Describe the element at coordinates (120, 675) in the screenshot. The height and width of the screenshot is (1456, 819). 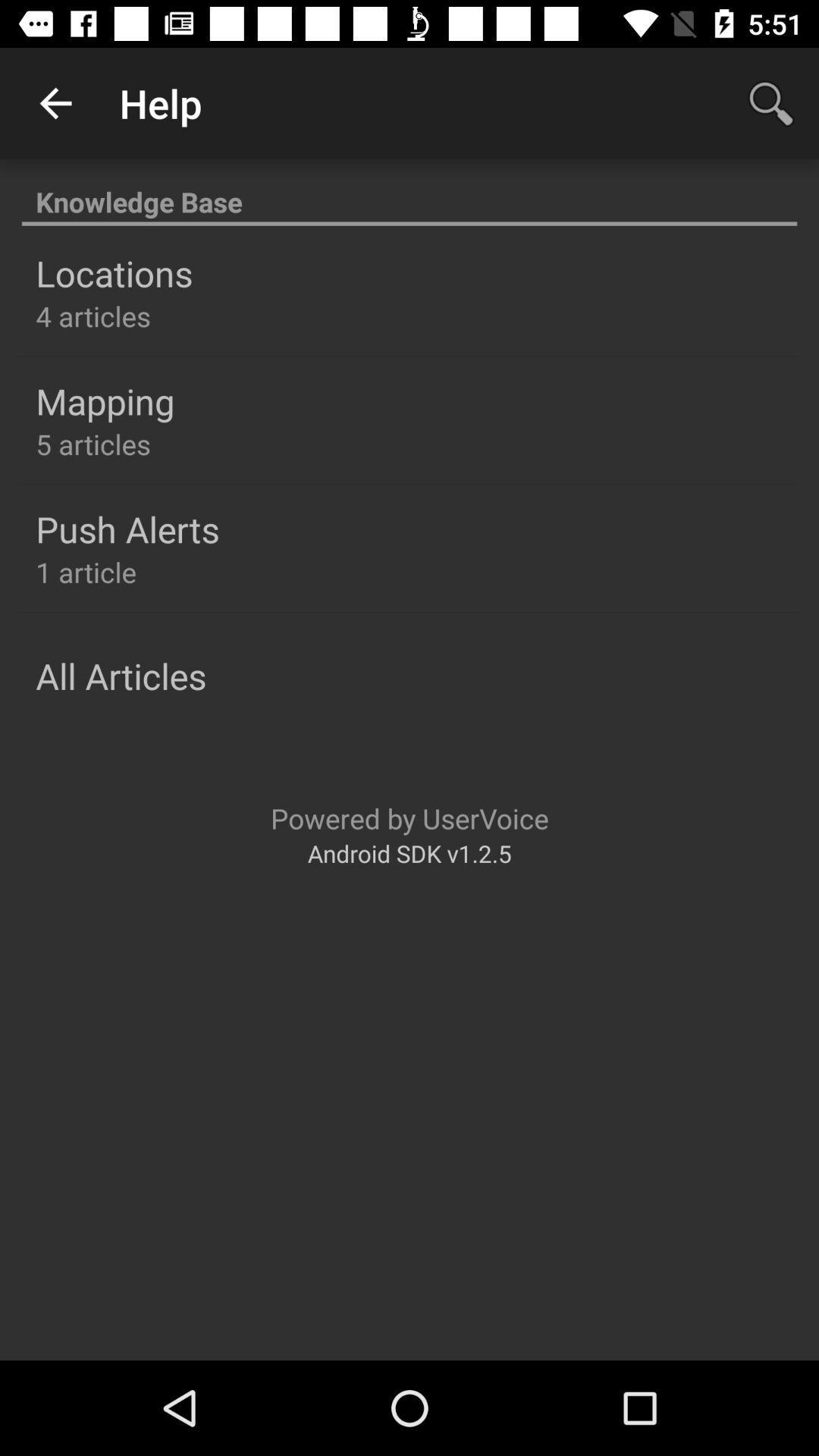
I see `item above the powered by uservoice icon` at that location.